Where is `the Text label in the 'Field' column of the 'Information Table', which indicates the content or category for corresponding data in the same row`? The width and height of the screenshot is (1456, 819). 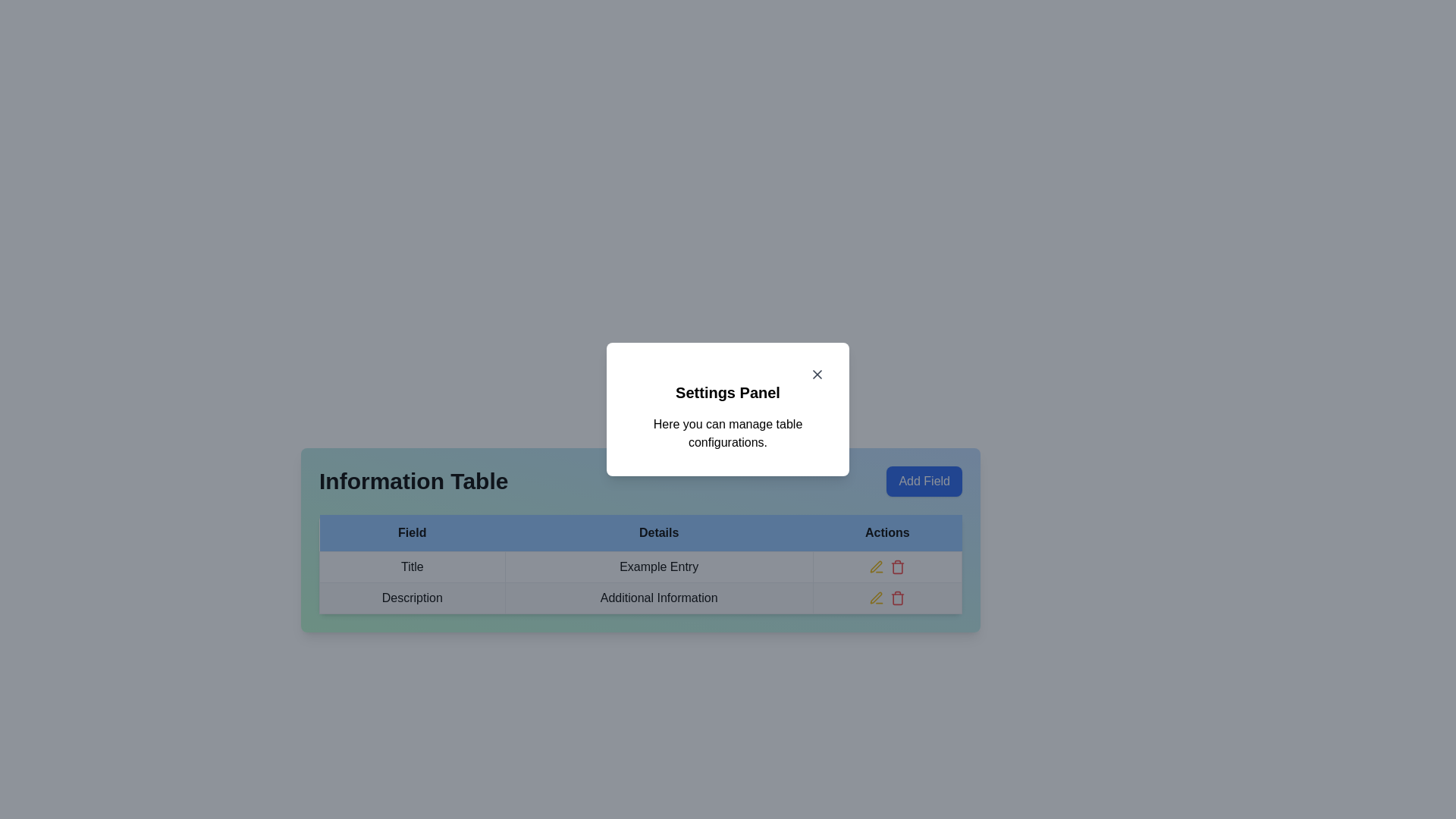 the Text label in the 'Field' column of the 'Information Table', which indicates the content or category for corresponding data in the same row is located at coordinates (412, 598).